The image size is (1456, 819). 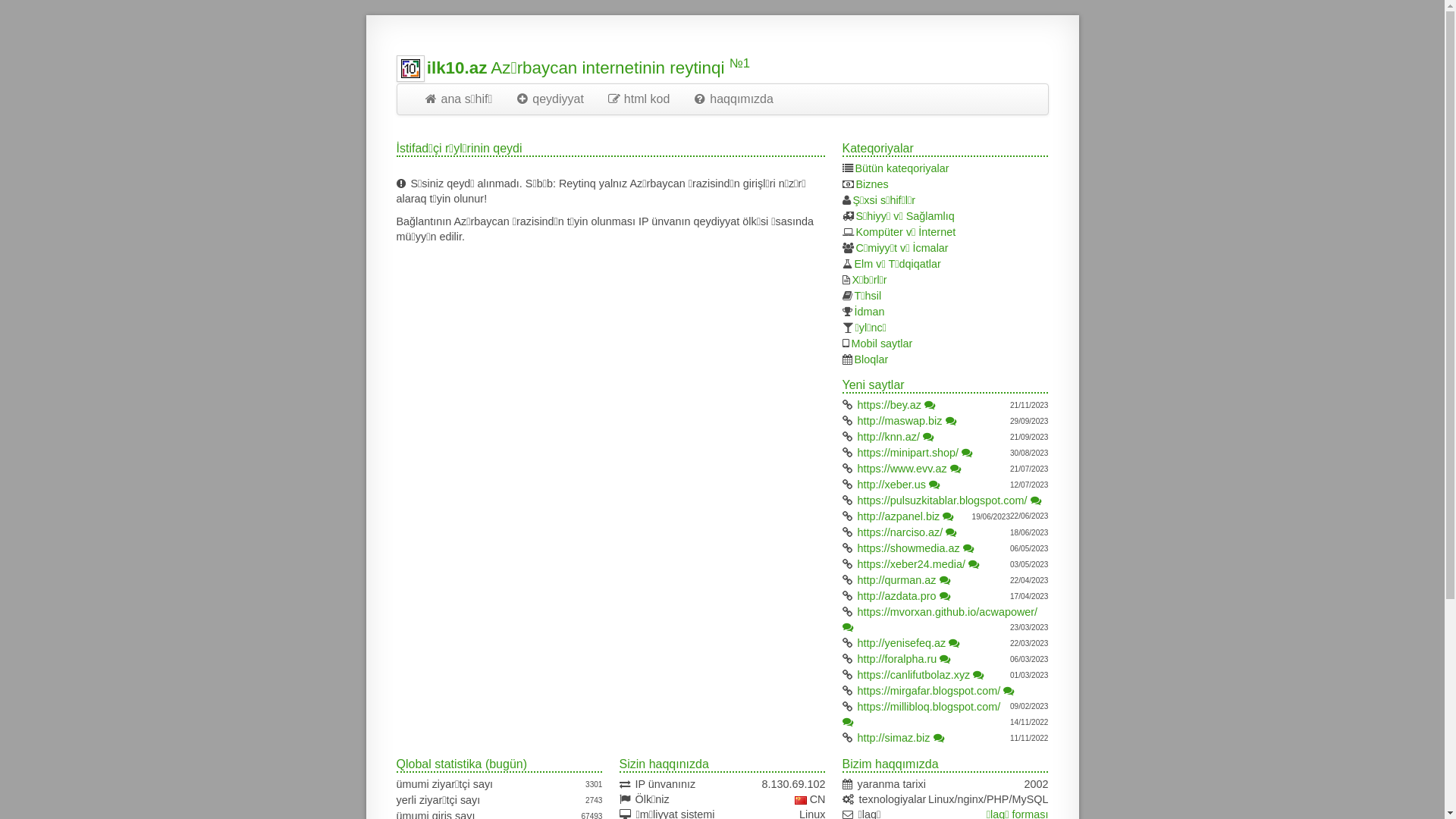 What do you see at coordinates (858, 564) in the screenshot?
I see `'https://xeber24.media/'` at bounding box center [858, 564].